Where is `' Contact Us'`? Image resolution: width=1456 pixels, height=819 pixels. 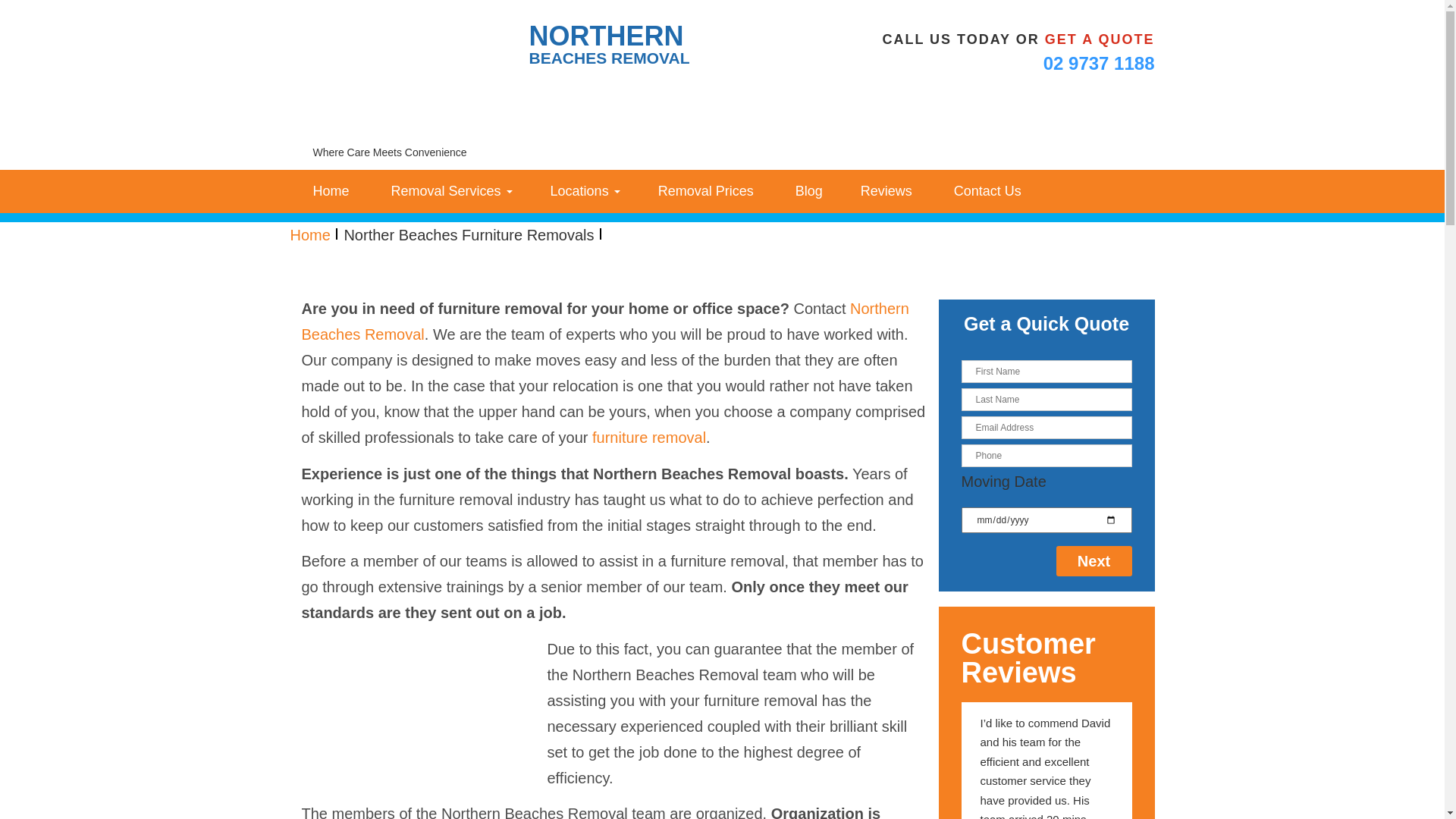 ' Contact Us' is located at coordinates (986, 190).